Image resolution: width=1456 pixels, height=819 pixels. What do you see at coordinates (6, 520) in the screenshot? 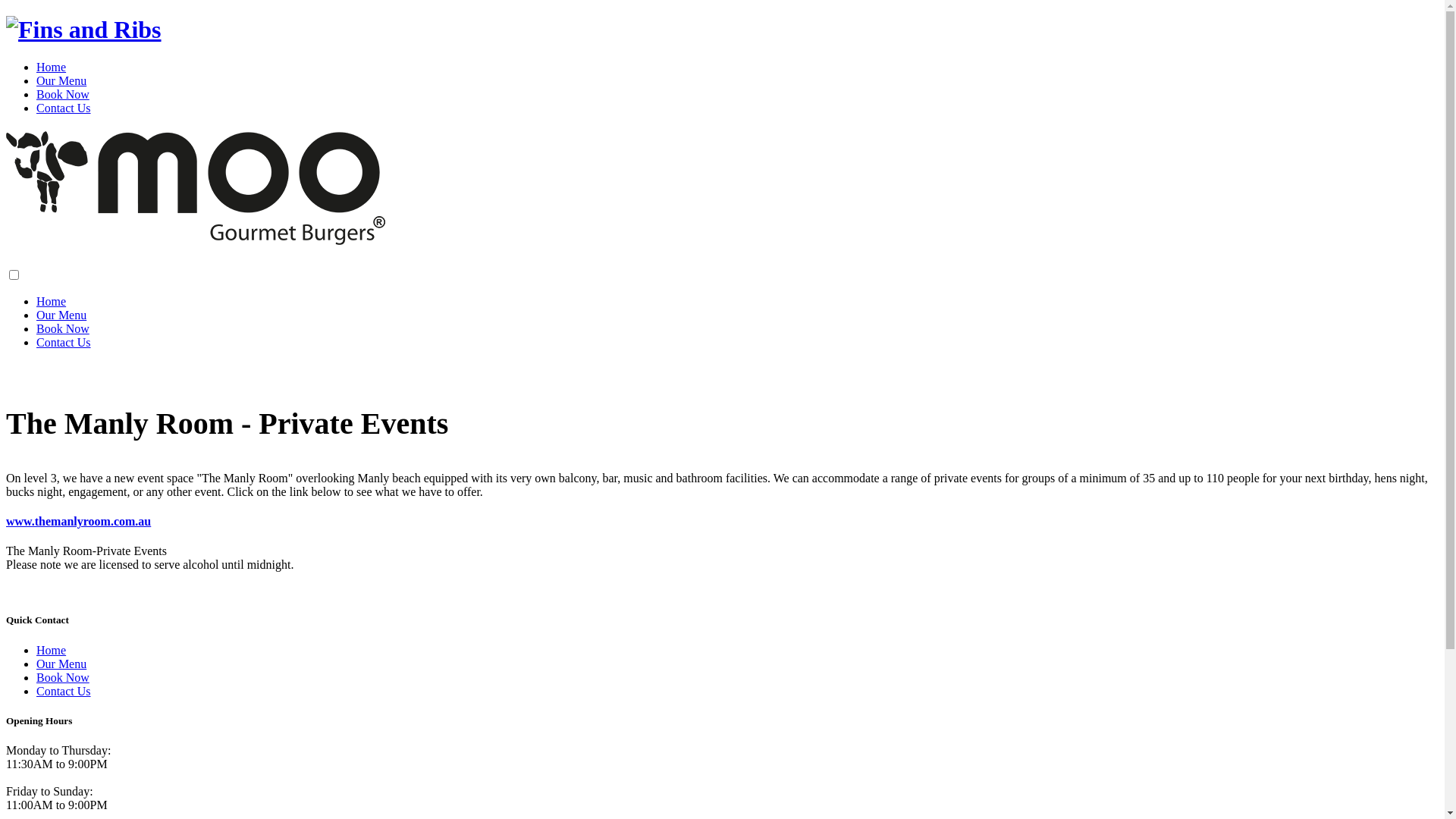
I see `'www.themanlyroom.com.au'` at bounding box center [6, 520].